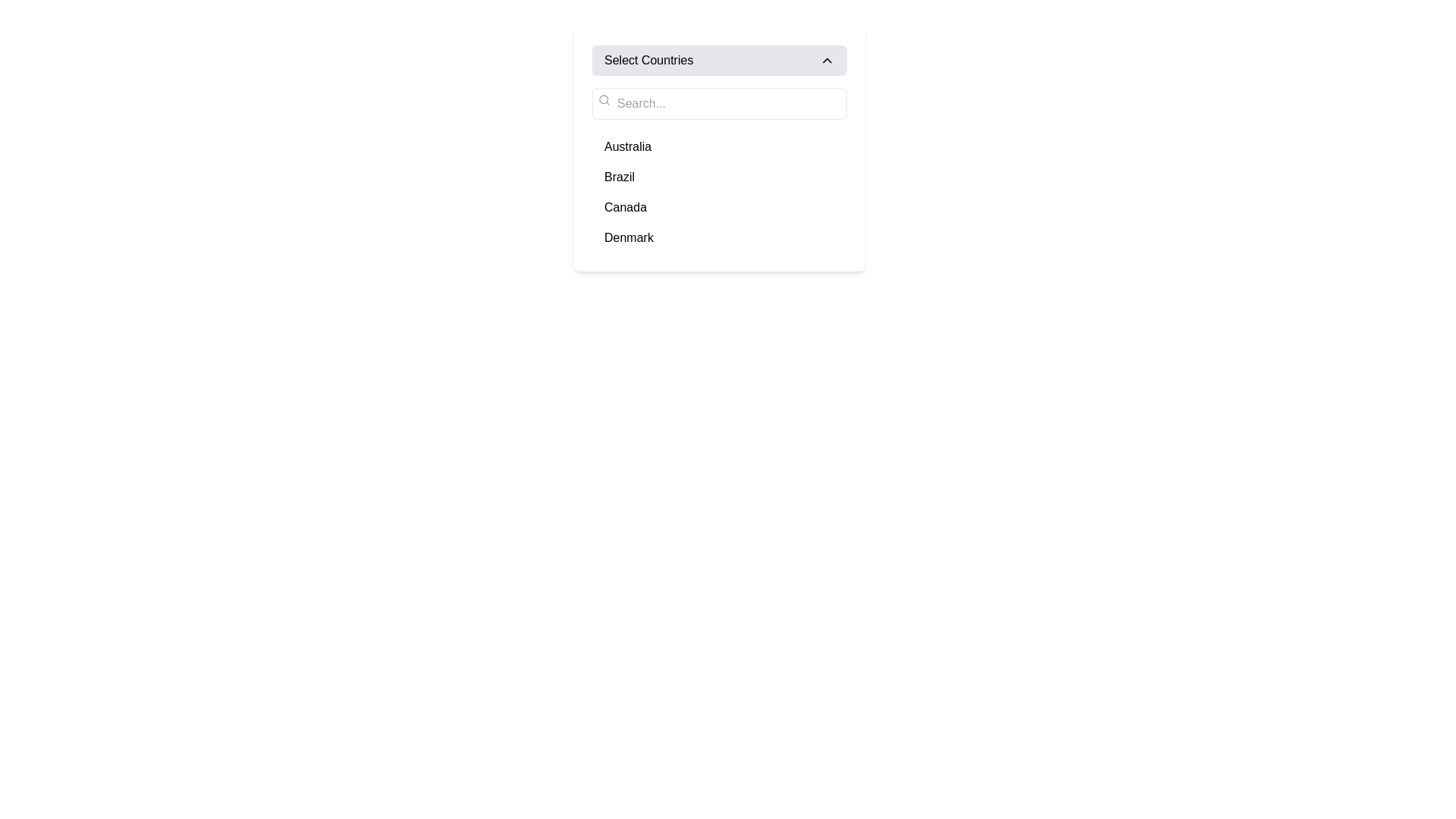 The image size is (1456, 819). I want to click on the chevron icon at the far right end of the 'Select Countries' header bar to activate effects, so click(826, 60).